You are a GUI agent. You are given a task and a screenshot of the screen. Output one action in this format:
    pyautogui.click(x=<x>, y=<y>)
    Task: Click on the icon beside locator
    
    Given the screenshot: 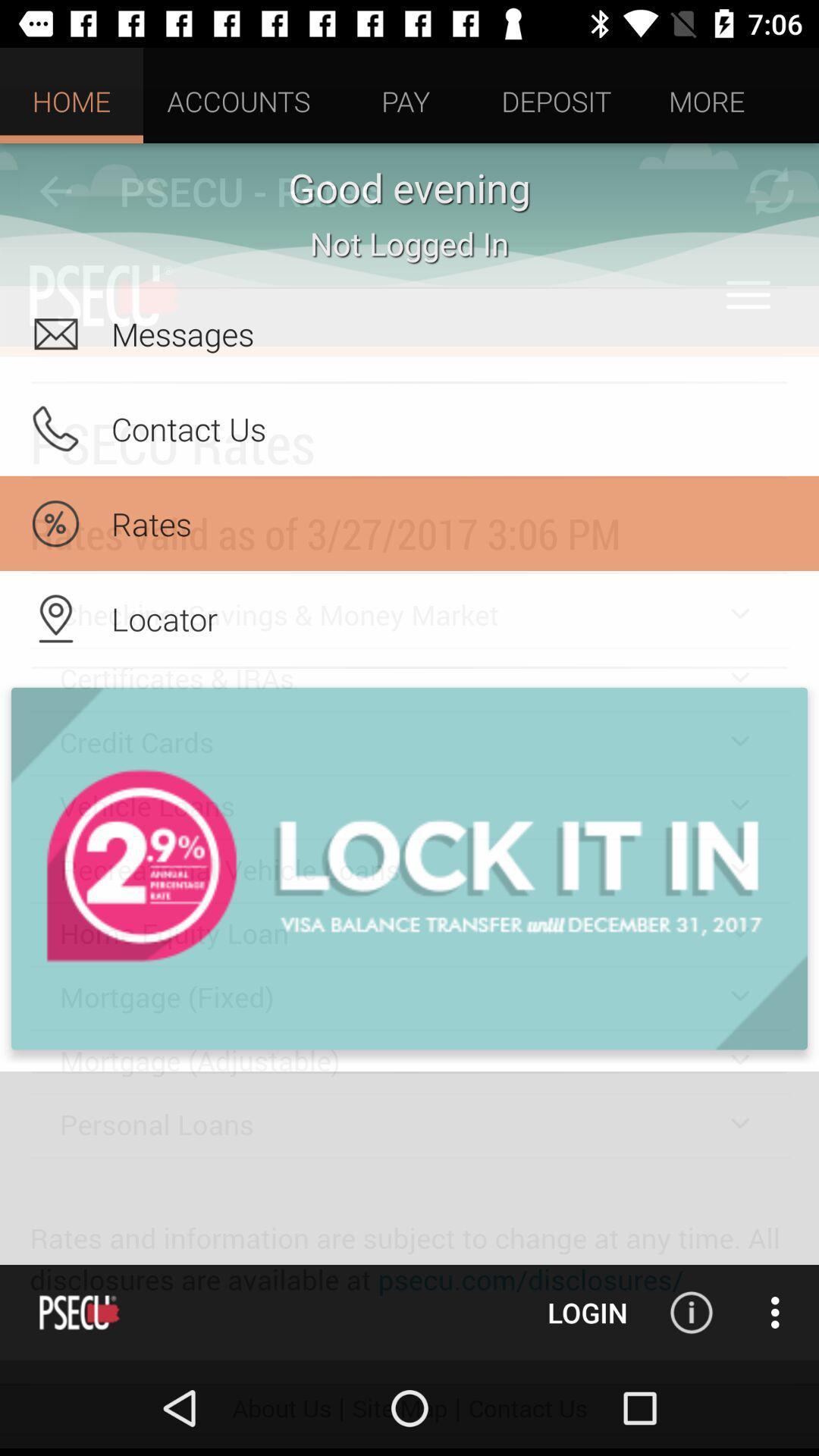 What is the action you would take?
    pyautogui.click(x=55, y=619)
    